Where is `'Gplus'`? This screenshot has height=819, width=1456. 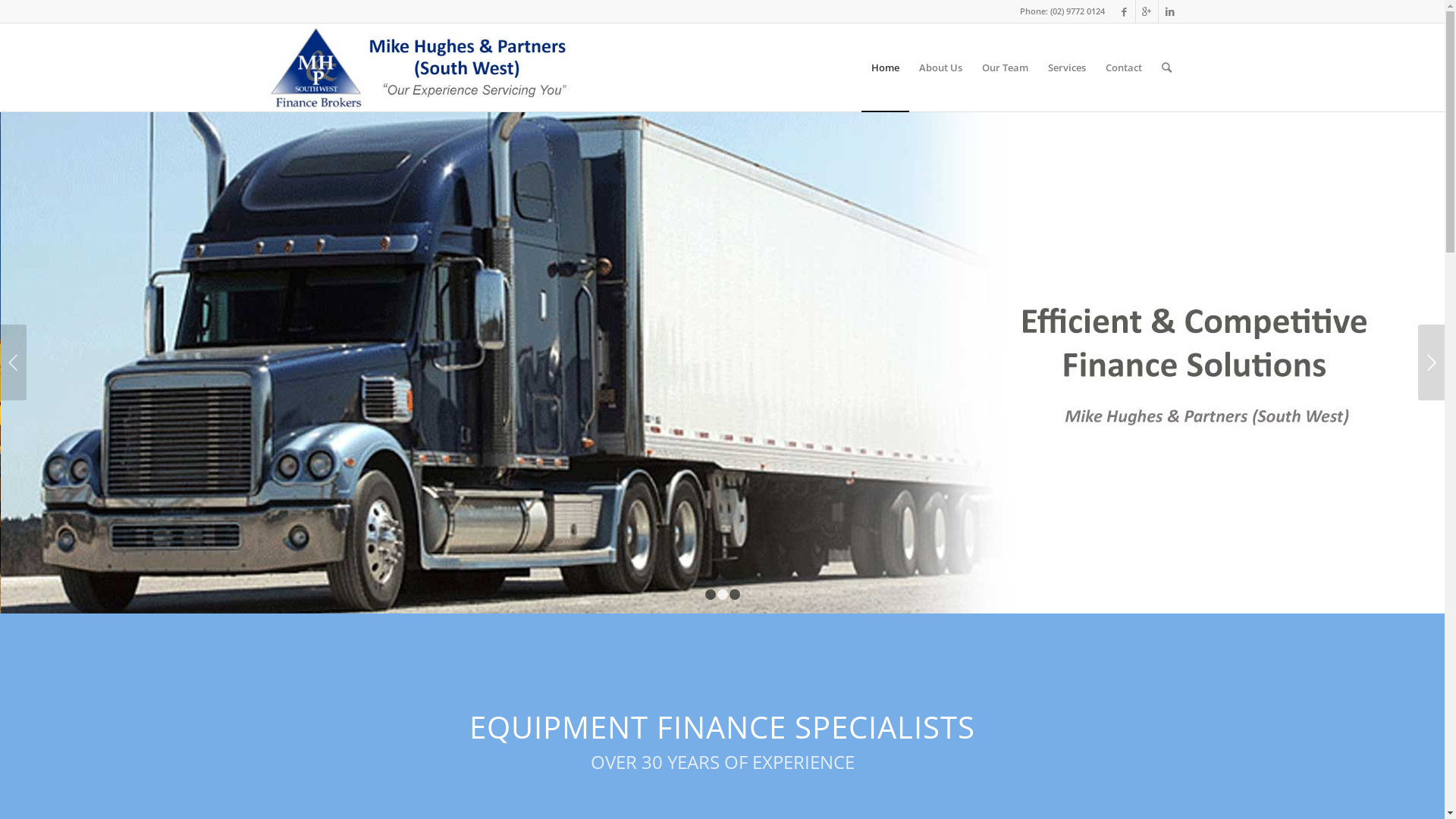 'Gplus' is located at coordinates (1147, 11).